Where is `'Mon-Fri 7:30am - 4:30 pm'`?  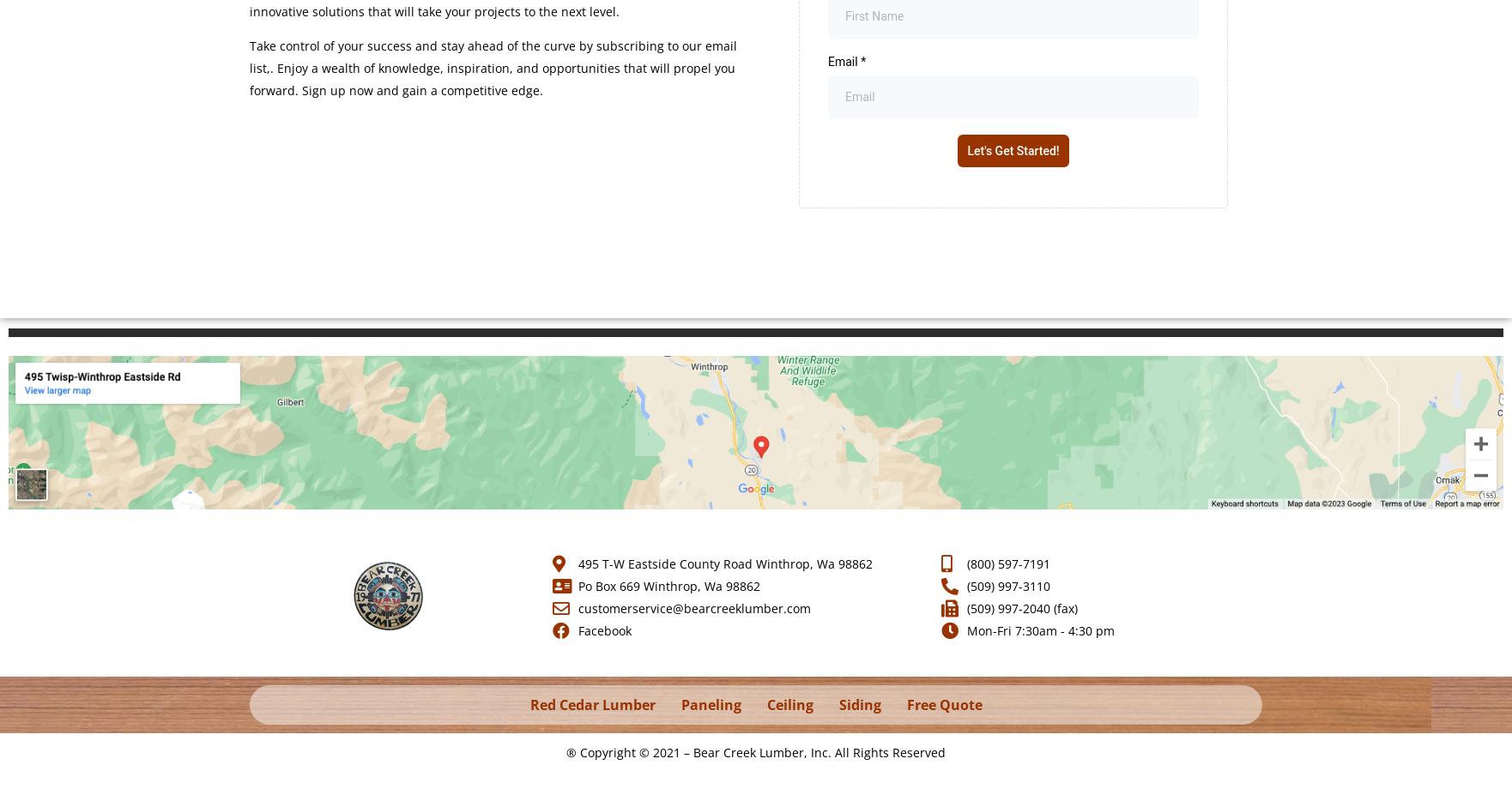 'Mon-Fri 7:30am - 4:30 pm' is located at coordinates (1040, 629).